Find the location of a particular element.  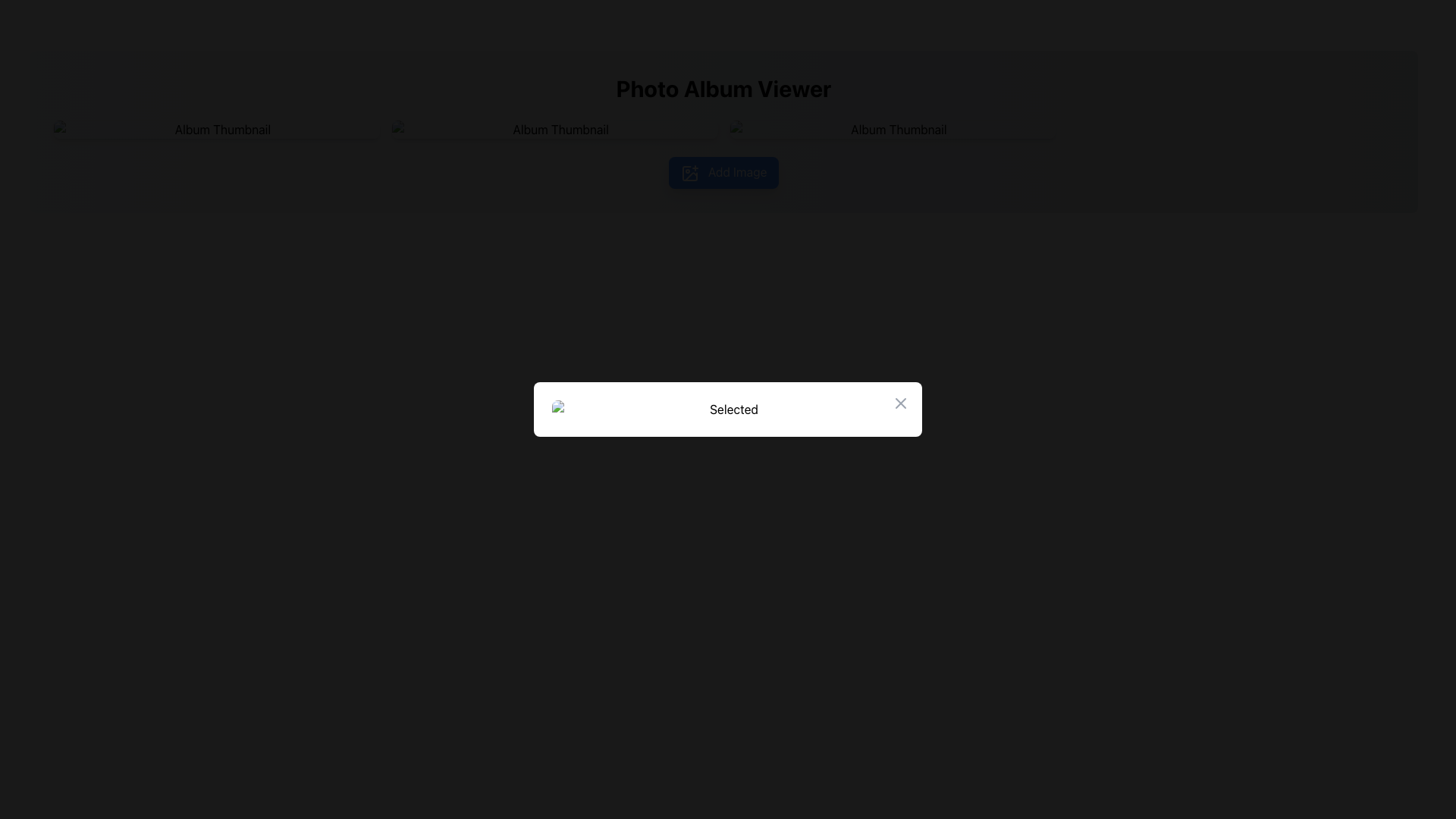

the text heading 'Photo Album Viewer', which is styled in a large, bold font and centered at the top of the interface is located at coordinates (723, 88).